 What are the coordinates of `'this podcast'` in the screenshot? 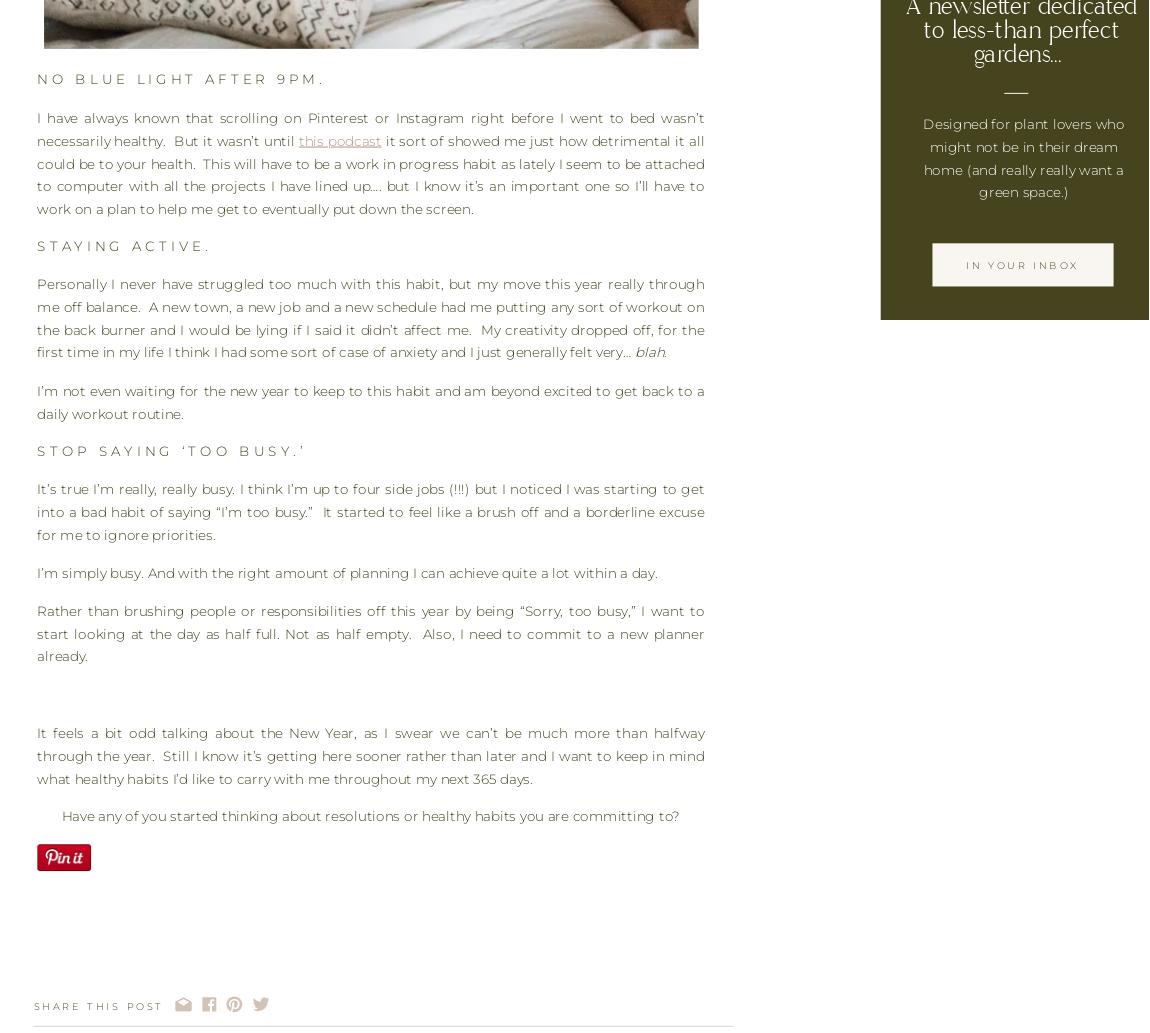 It's located at (339, 140).